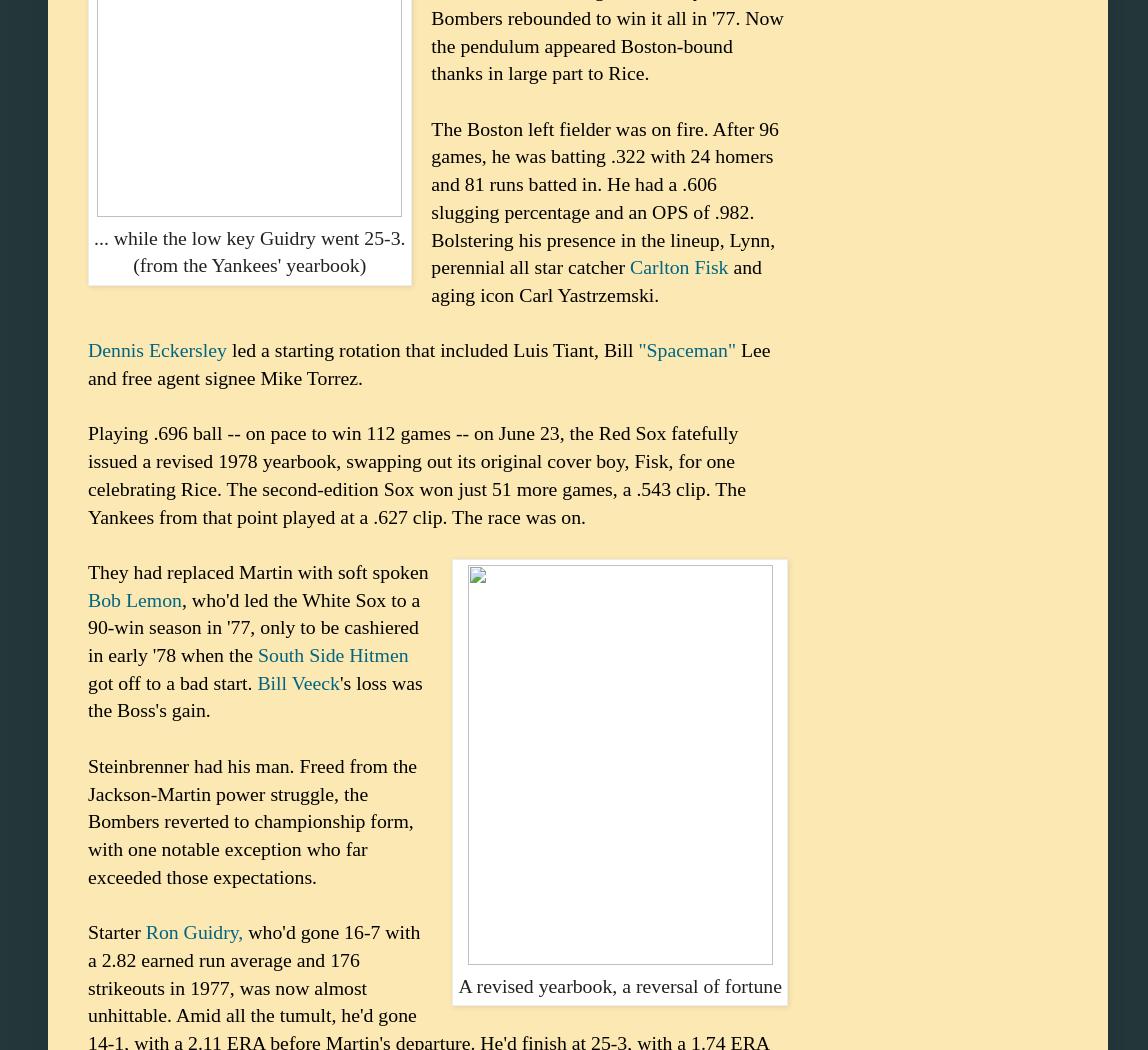 The image size is (1148, 1050). I want to click on '"Spaceman"', so click(686, 348).